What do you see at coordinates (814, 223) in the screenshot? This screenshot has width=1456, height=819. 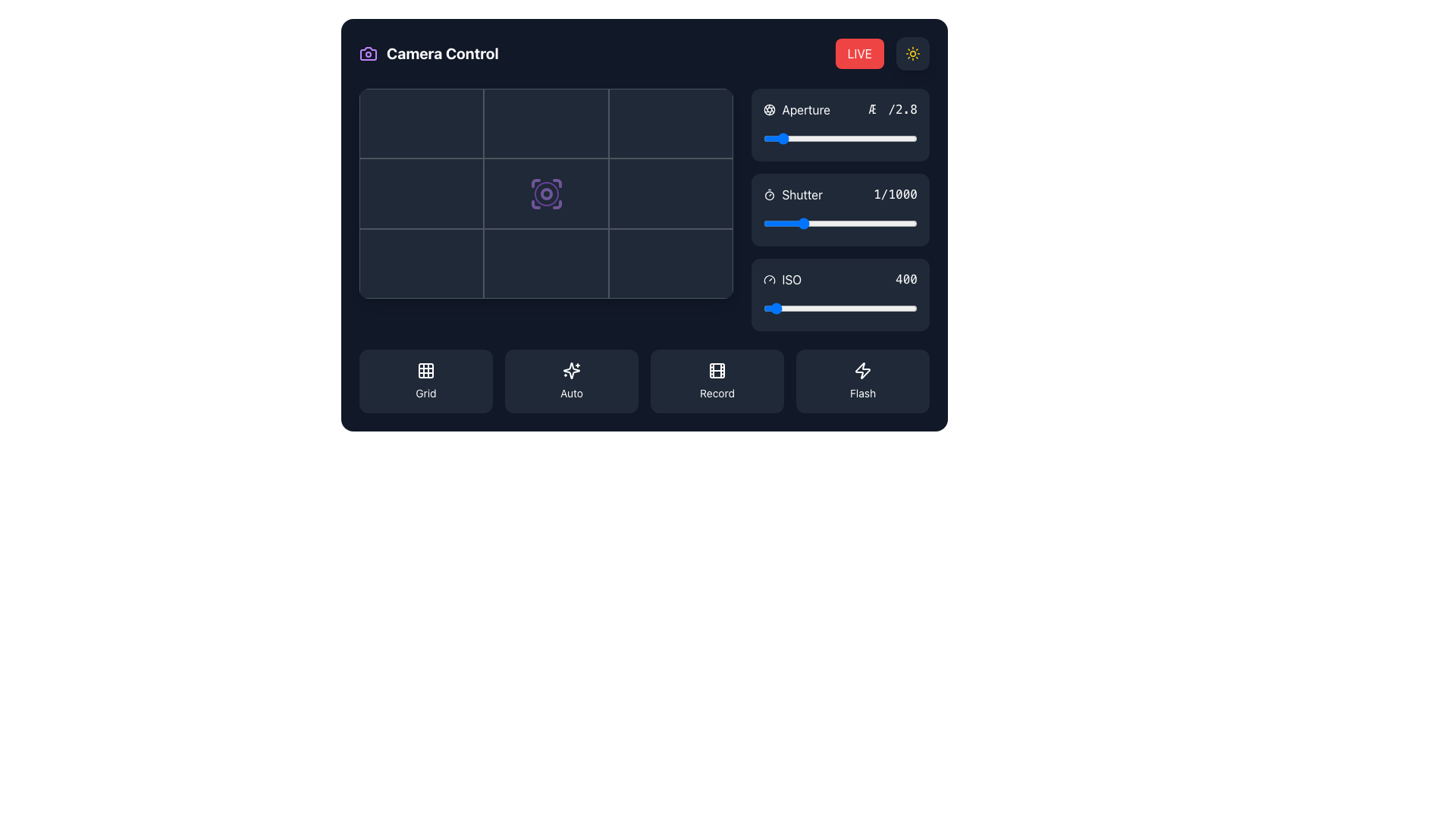 I see `the shutter speed value` at bounding box center [814, 223].